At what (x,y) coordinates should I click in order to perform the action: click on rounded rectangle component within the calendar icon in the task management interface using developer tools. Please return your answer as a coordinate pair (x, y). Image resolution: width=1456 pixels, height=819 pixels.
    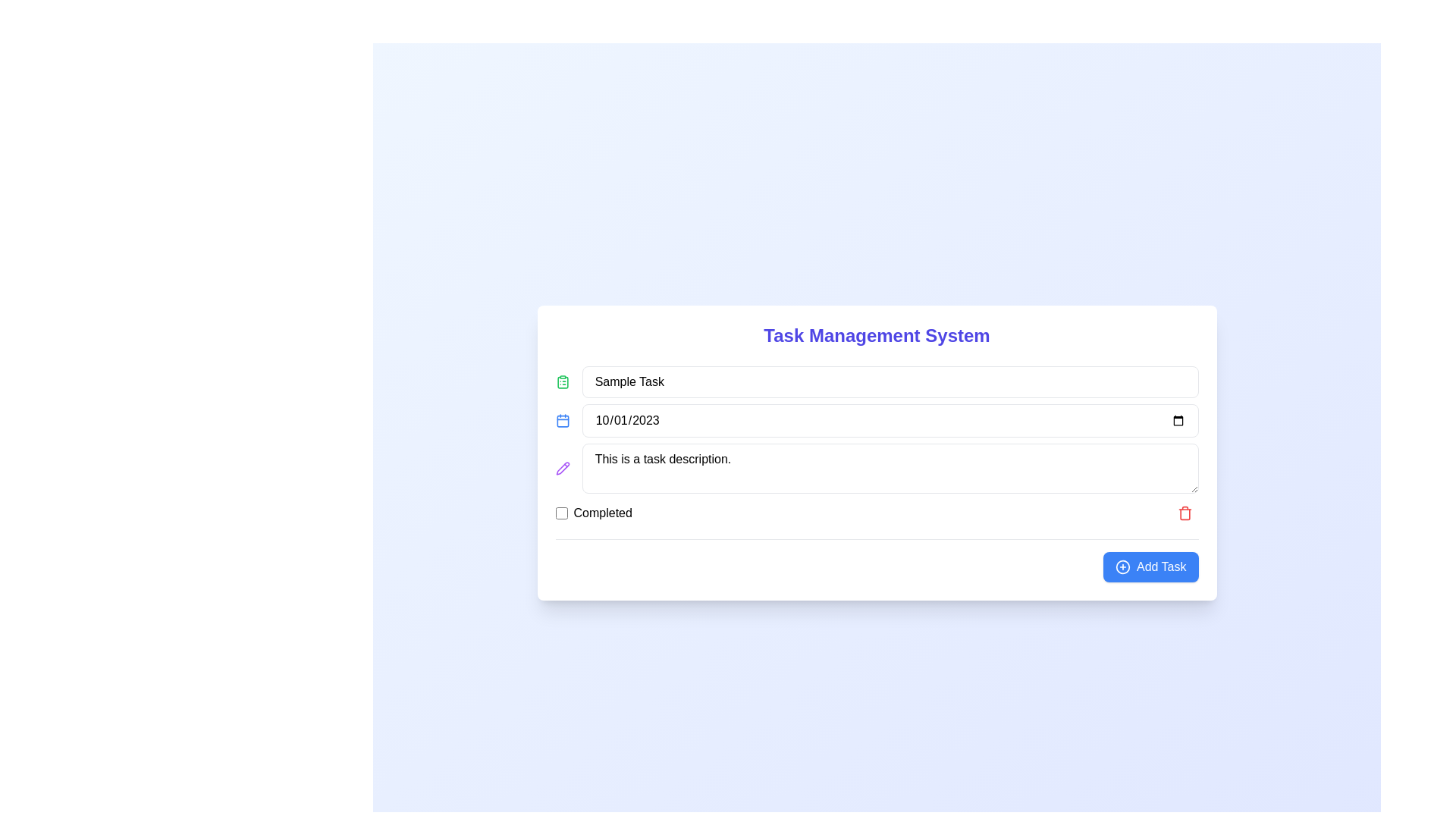
    Looking at the image, I should click on (562, 421).